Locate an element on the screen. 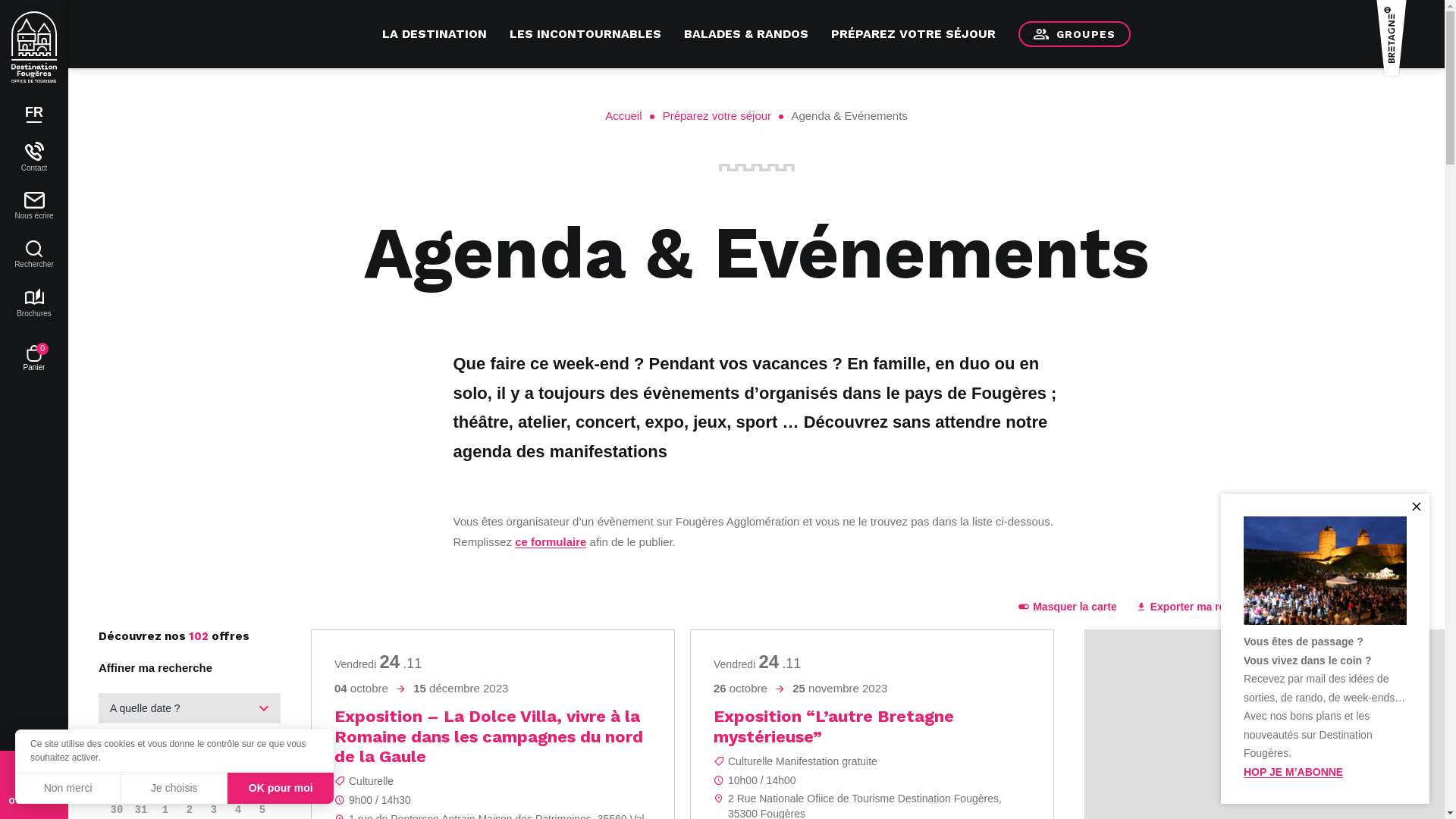  'Contact' is located at coordinates (33, 157).